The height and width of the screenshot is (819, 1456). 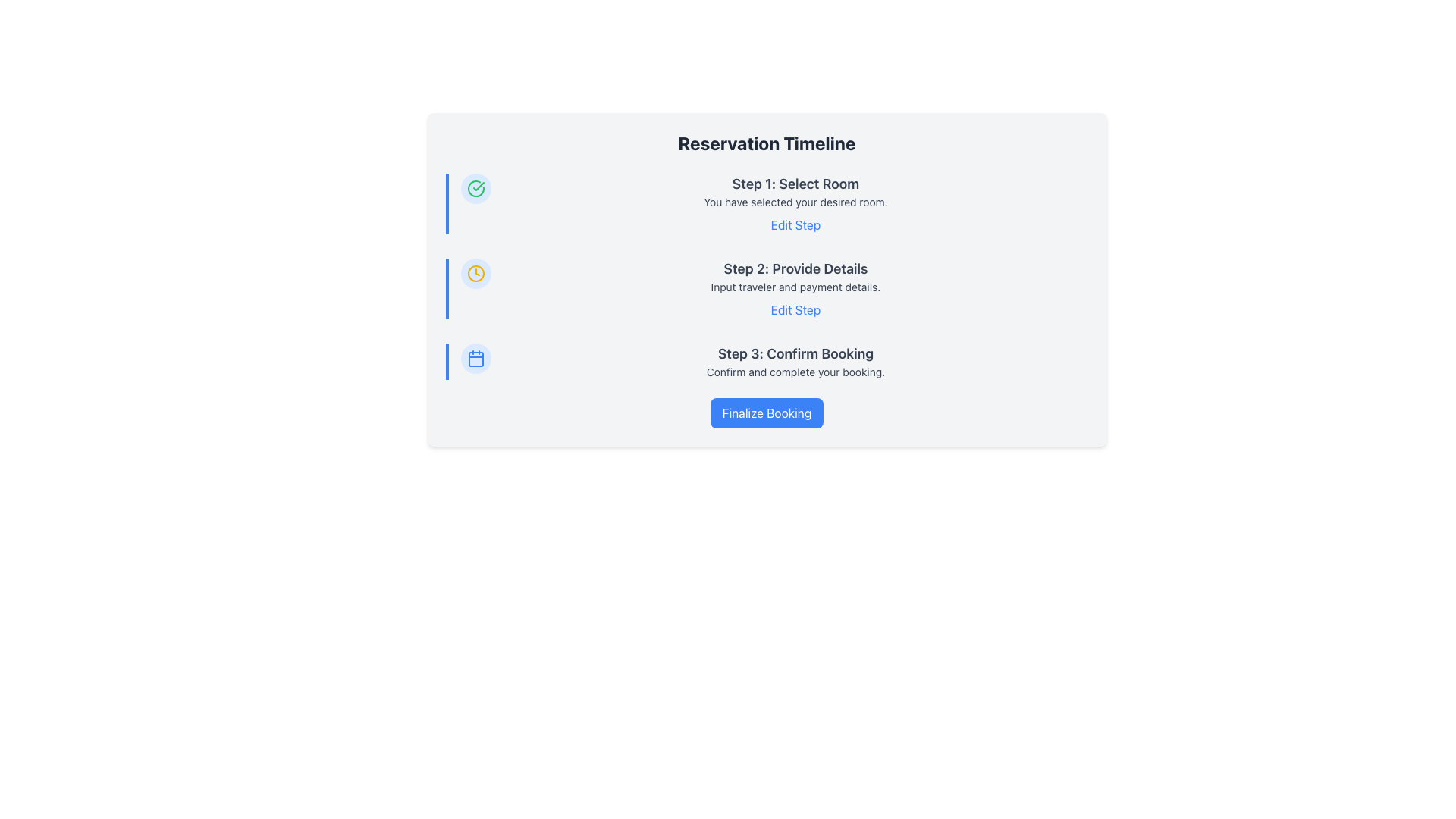 What do you see at coordinates (475, 274) in the screenshot?
I see `the central circular SVG shape representing the clock face, which has a yellow outline and a light gray background, located to the left of the 'Step 2: Provide Details' section` at bounding box center [475, 274].